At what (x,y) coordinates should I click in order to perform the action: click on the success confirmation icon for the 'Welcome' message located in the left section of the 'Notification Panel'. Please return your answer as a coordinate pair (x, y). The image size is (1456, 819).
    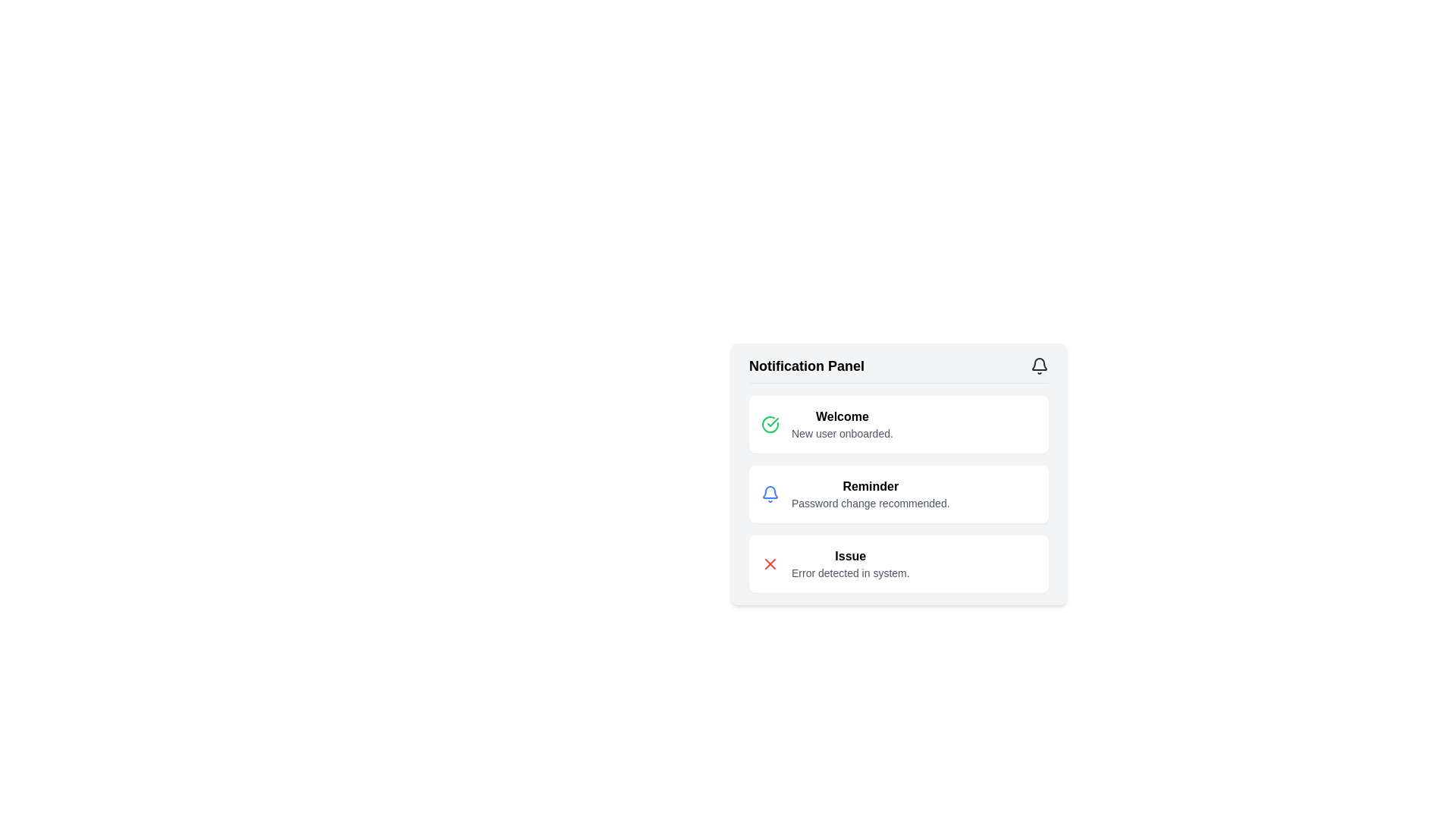
    Looking at the image, I should click on (770, 424).